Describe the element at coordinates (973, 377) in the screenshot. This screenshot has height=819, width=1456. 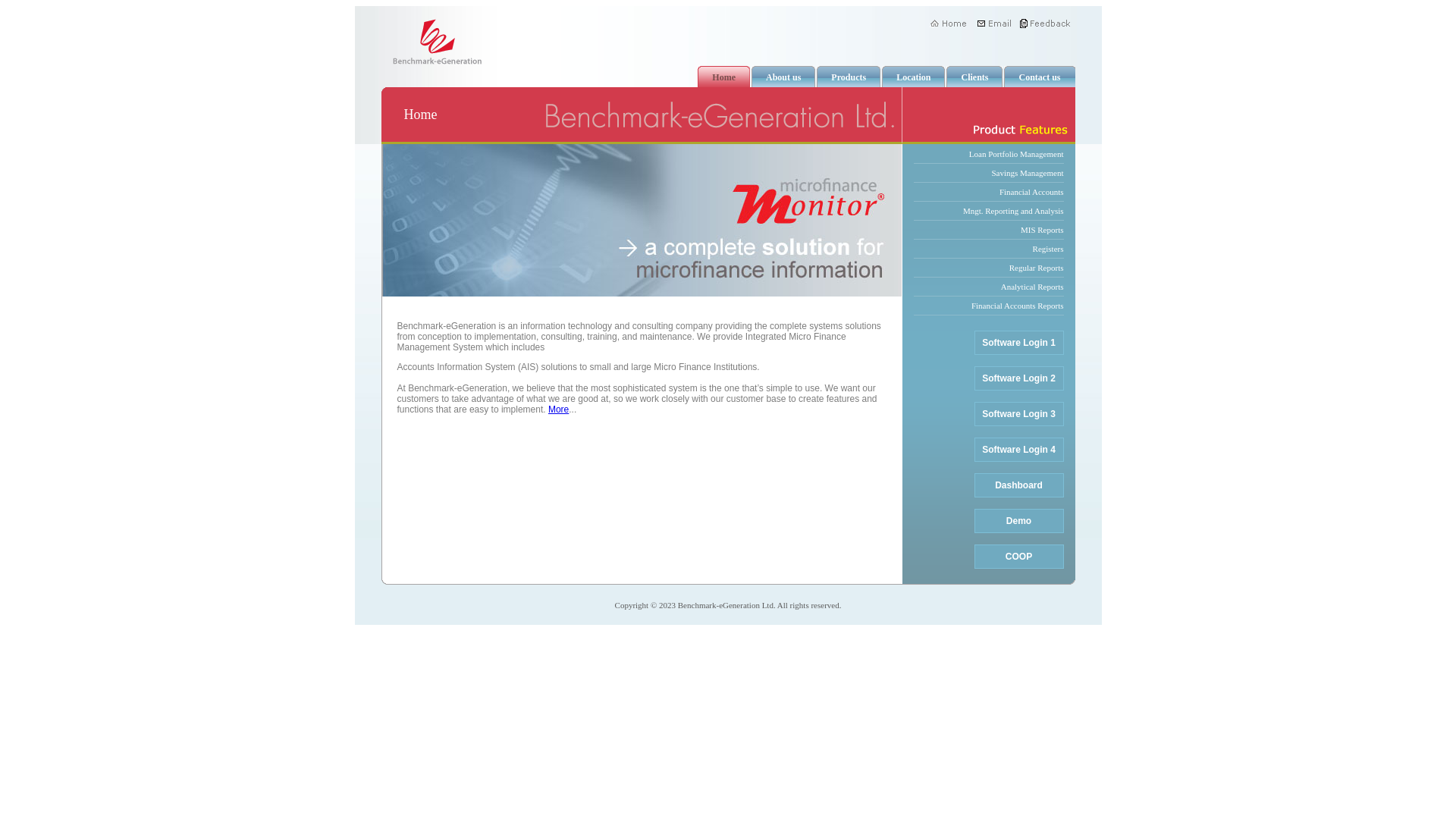
I see `'Software Login 2'` at that location.